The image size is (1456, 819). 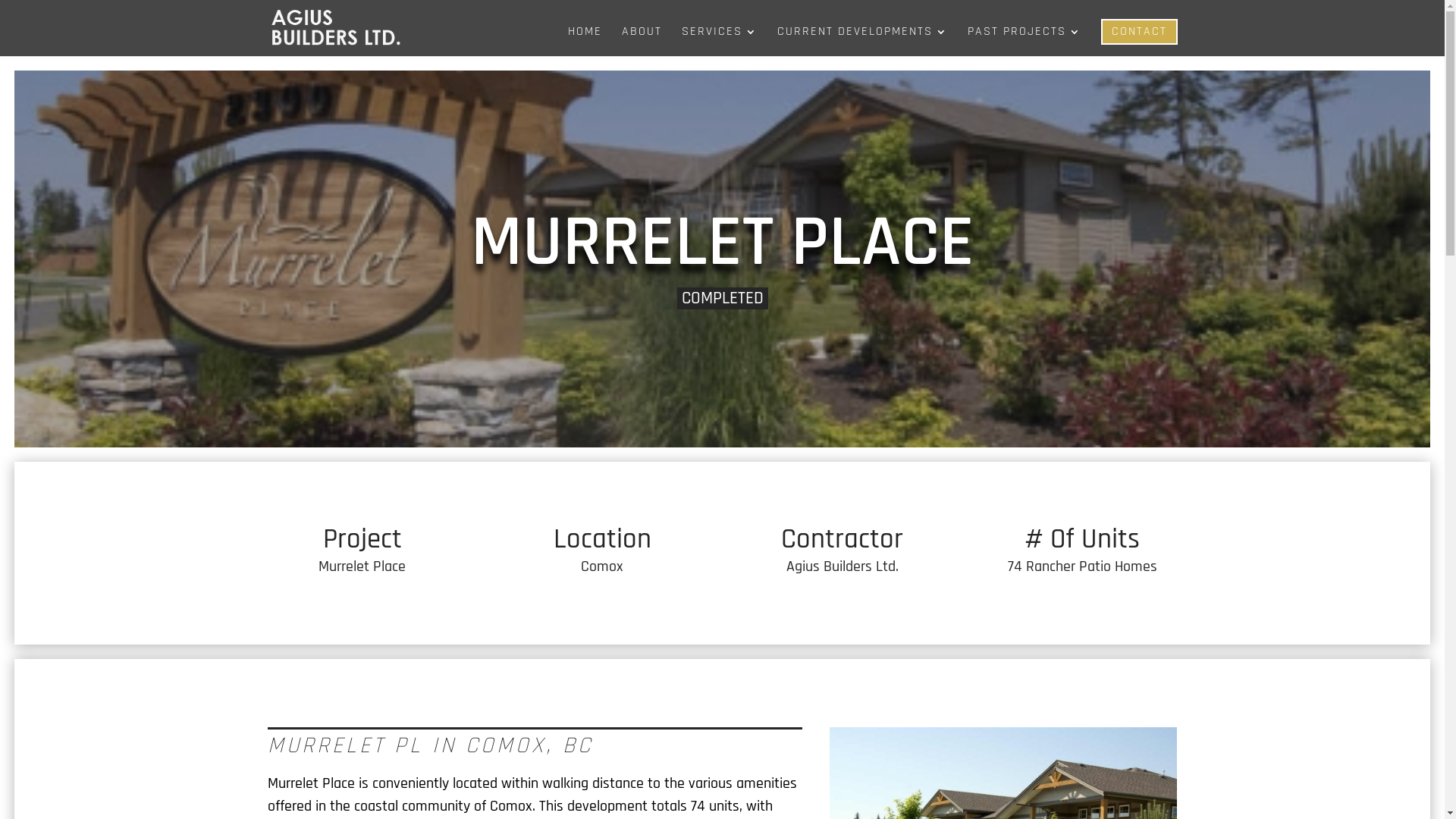 What do you see at coordinates (583, 40) in the screenshot?
I see `'HOME'` at bounding box center [583, 40].